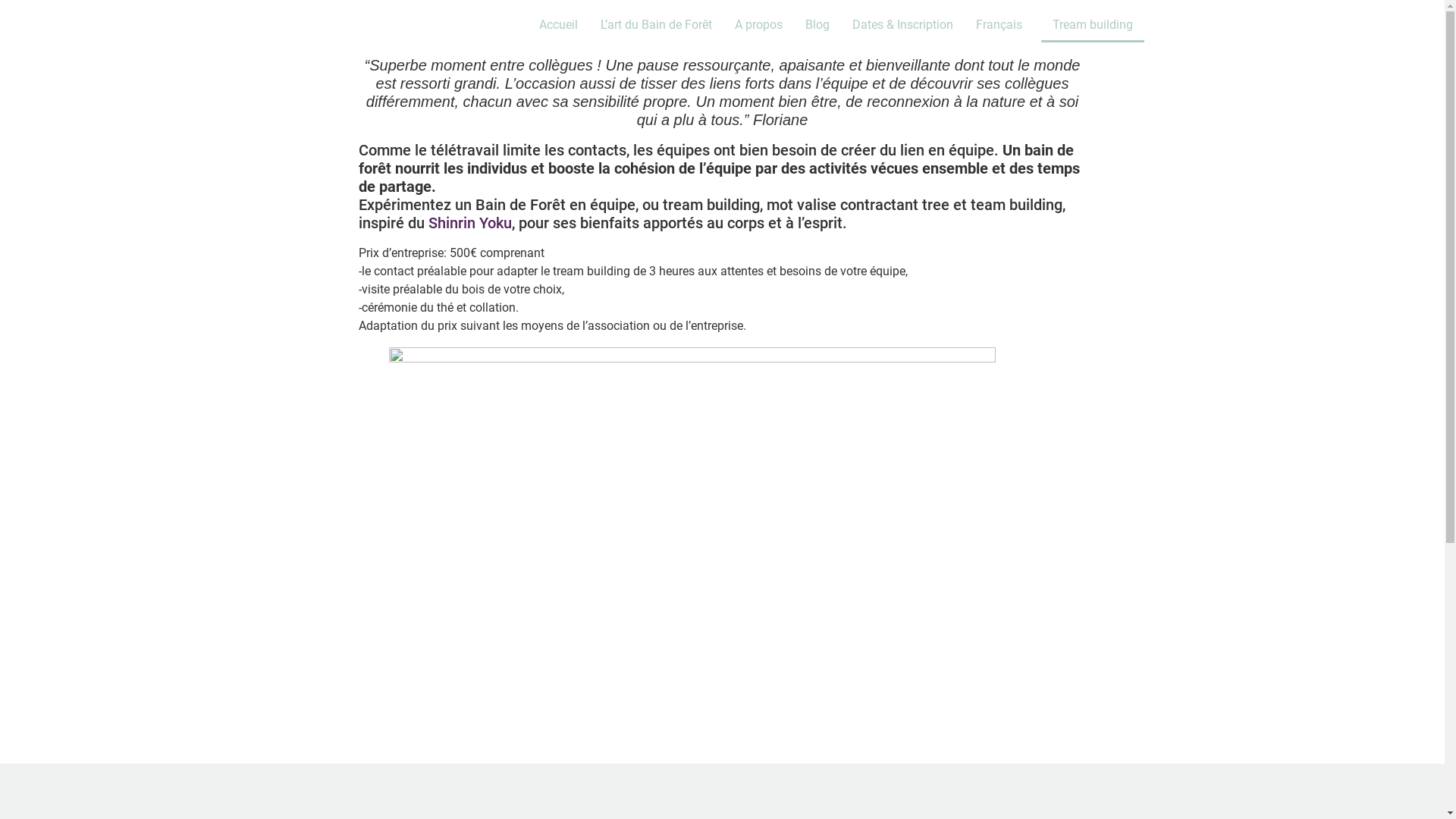  What do you see at coordinates (839, 25) in the screenshot?
I see `'Dates & Inscription'` at bounding box center [839, 25].